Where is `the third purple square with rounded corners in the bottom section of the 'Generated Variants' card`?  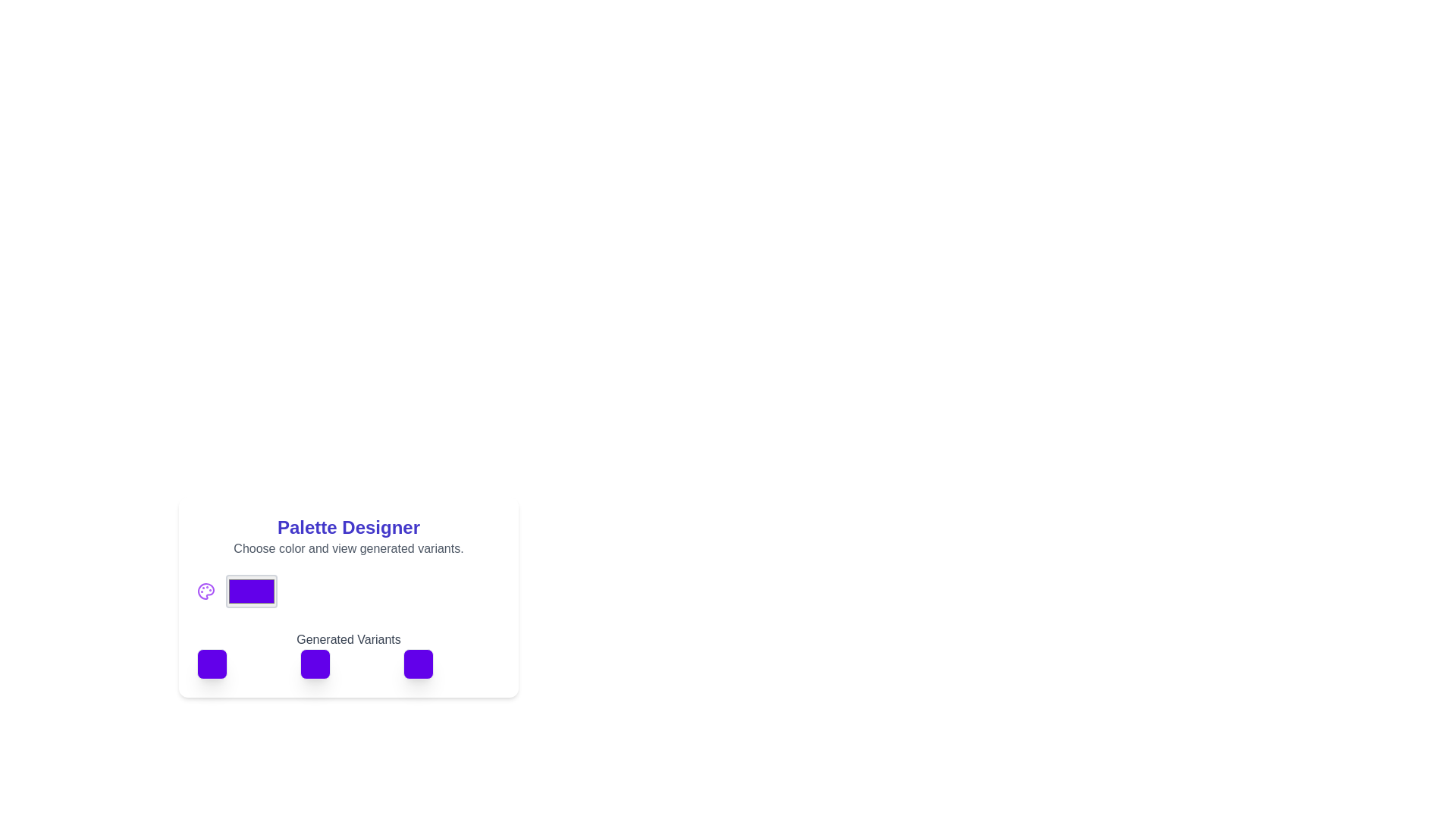
the third purple square with rounded corners in the bottom section of the 'Generated Variants' card is located at coordinates (419, 663).